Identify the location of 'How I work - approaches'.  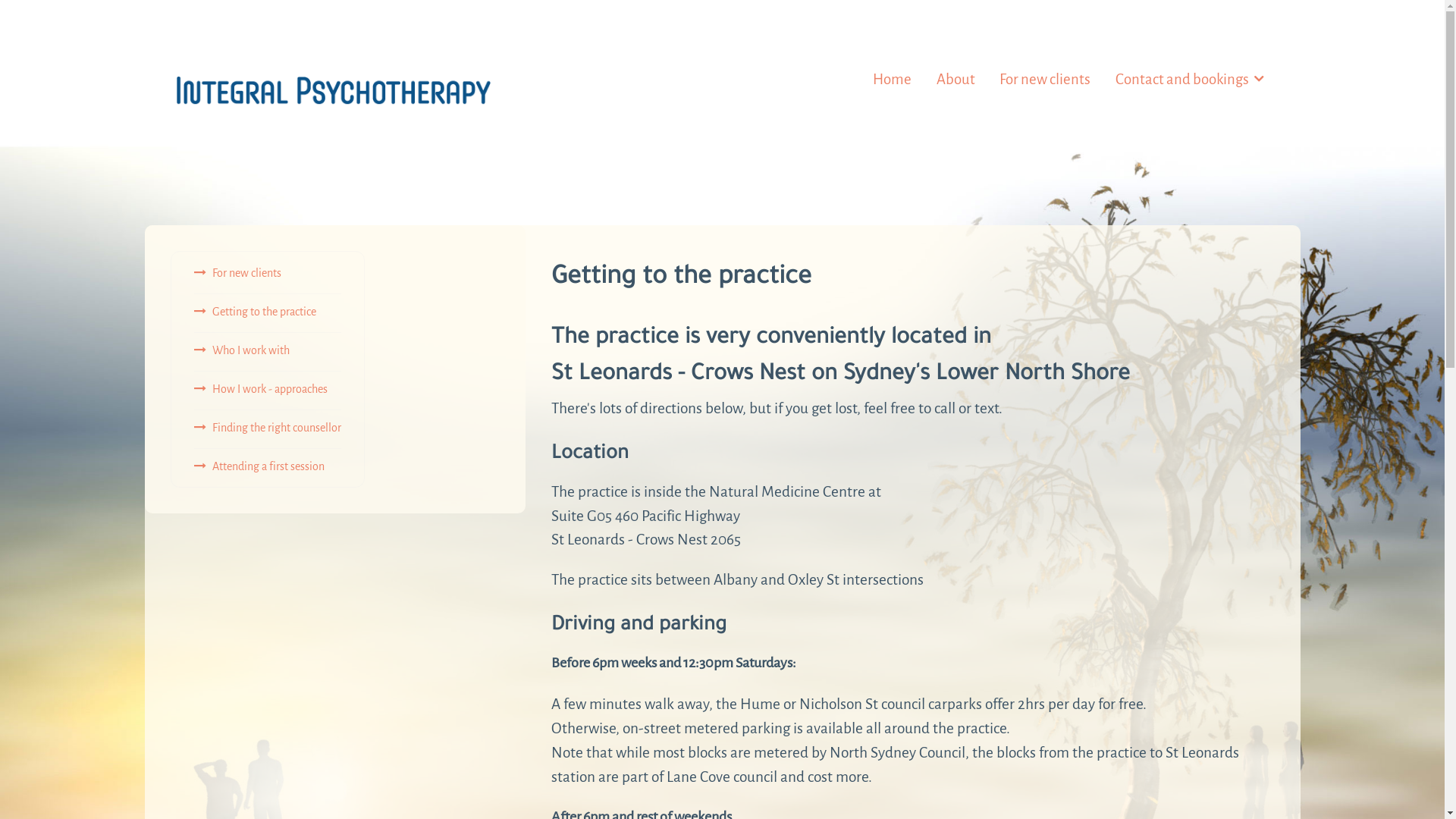
(261, 388).